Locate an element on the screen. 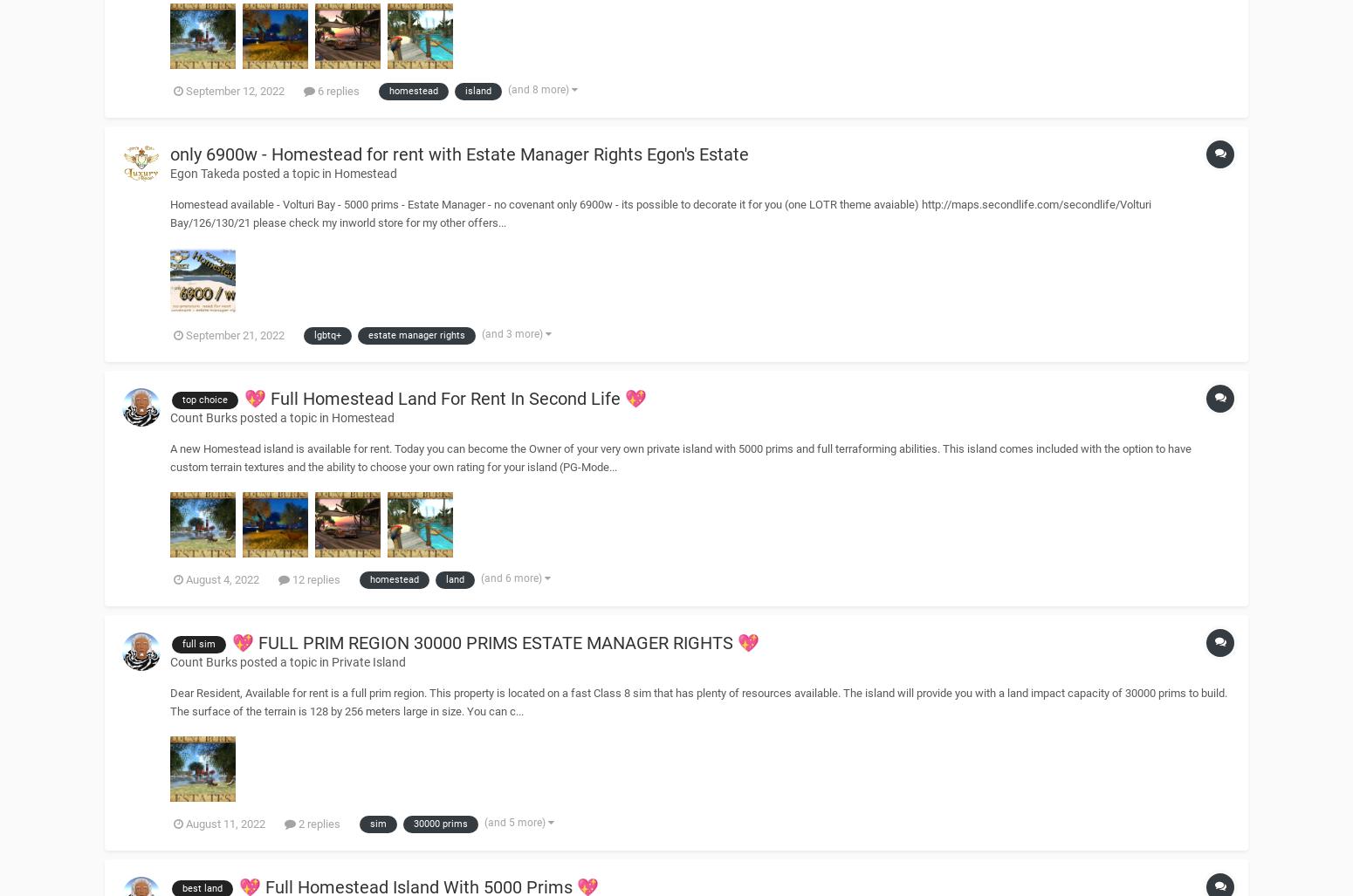  '(and 8 more)' is located at coordinates (508, 87).